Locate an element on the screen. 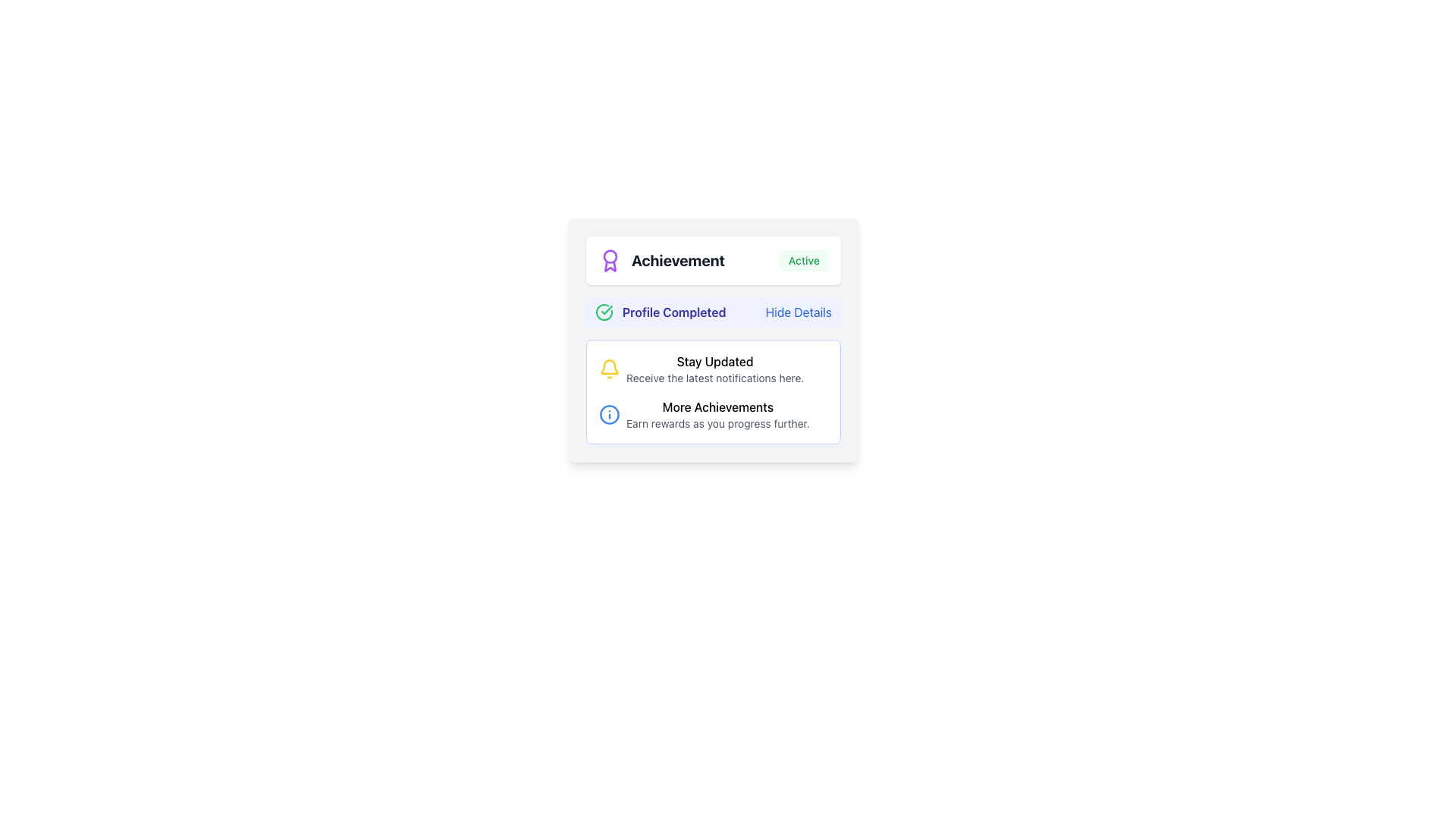  the static text that provides descriptive information about the 'Stay Updated' feature, located below the 'Stay Updated' text within a highlighted section of the interface is located at coordinates (714, 377).